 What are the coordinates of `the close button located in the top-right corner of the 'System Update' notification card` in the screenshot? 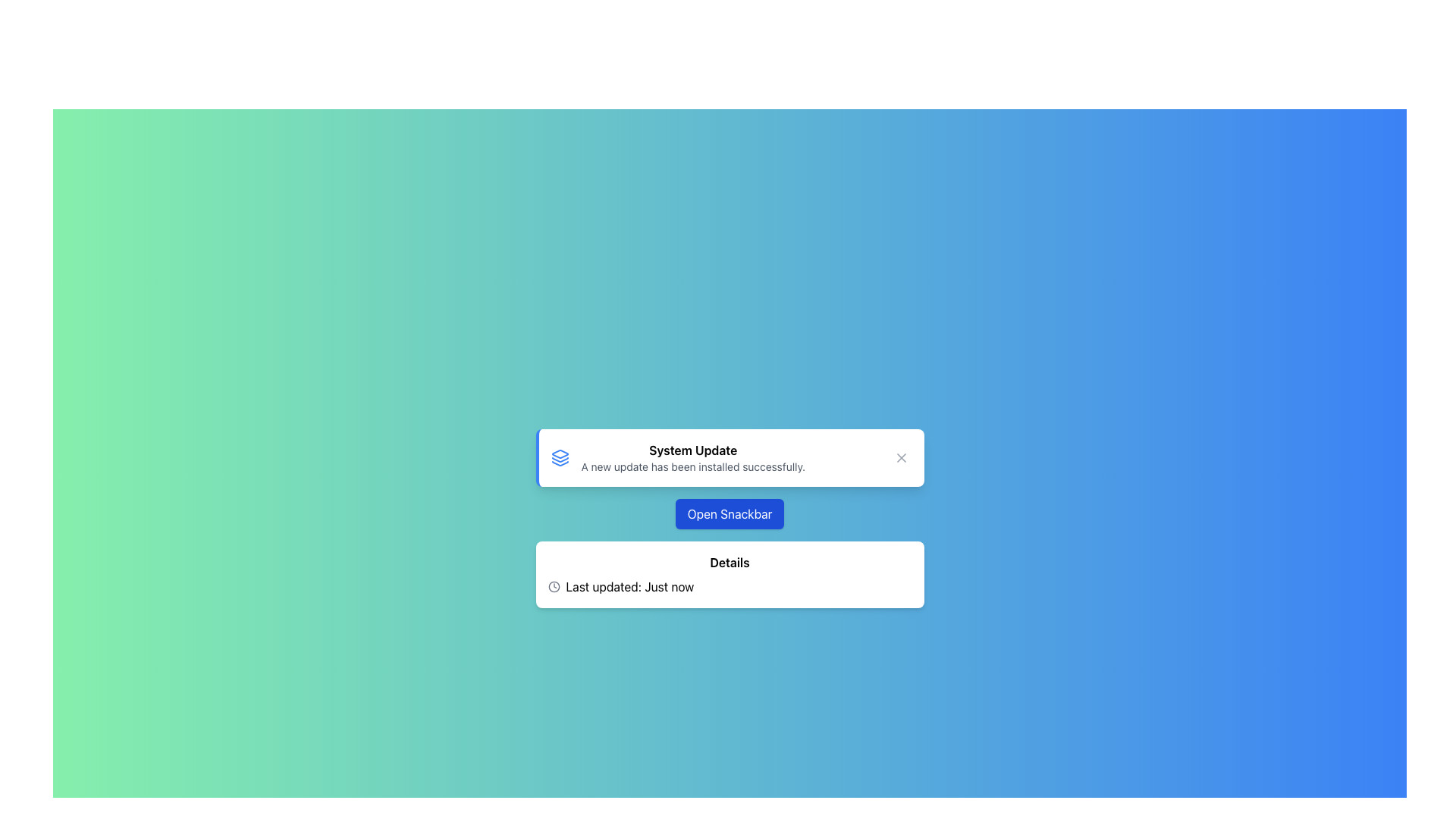 It's located at (901, 457).